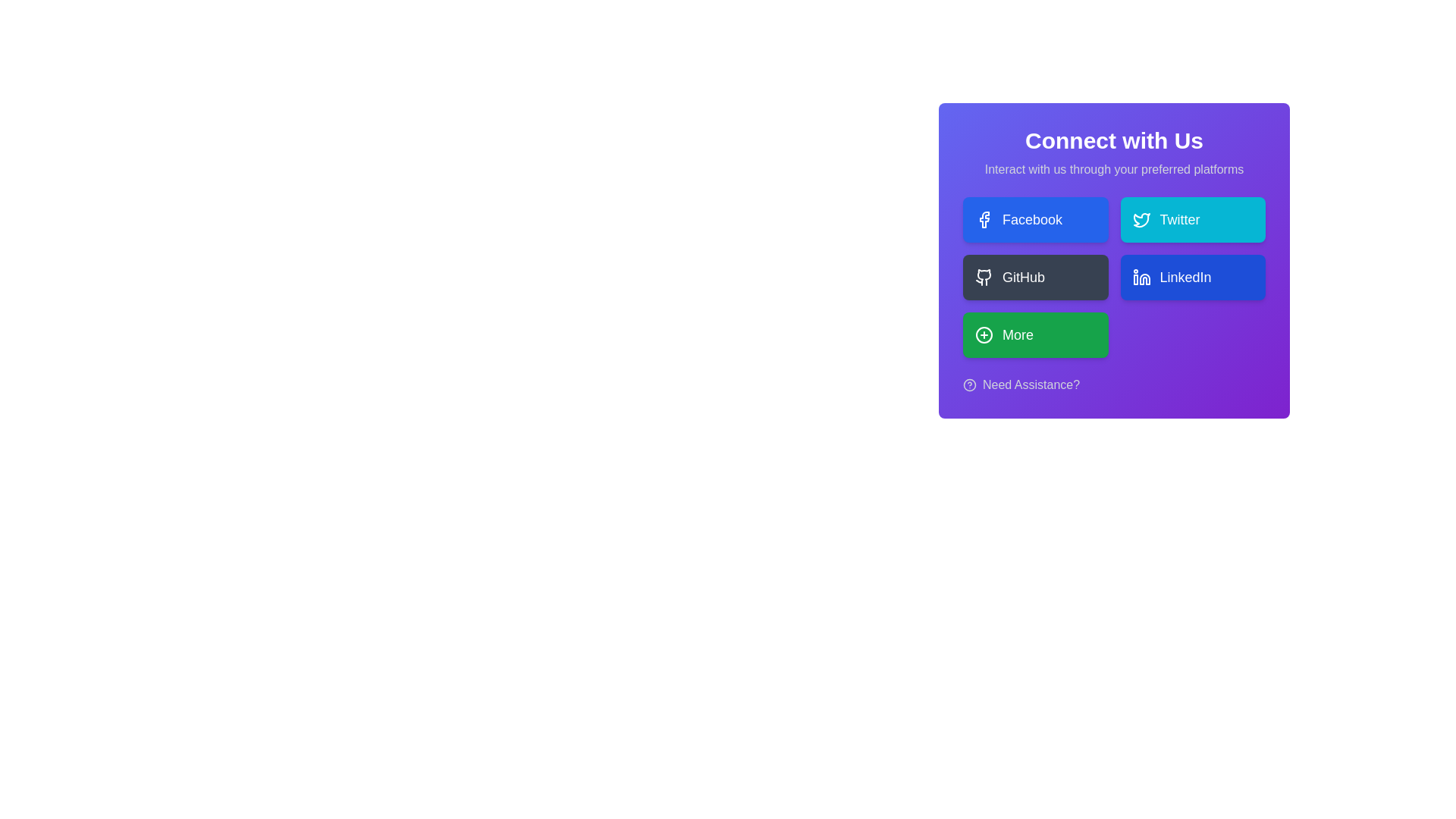  What do you see at coordinates (1023, 278) in the screenshot?
I see `the Text Label indicating the purpose of the button to connect with GitHub, located in the second row of the 'Connect with Us' section, to the right of the GitHub icon` at bounding box center [1023, 278].